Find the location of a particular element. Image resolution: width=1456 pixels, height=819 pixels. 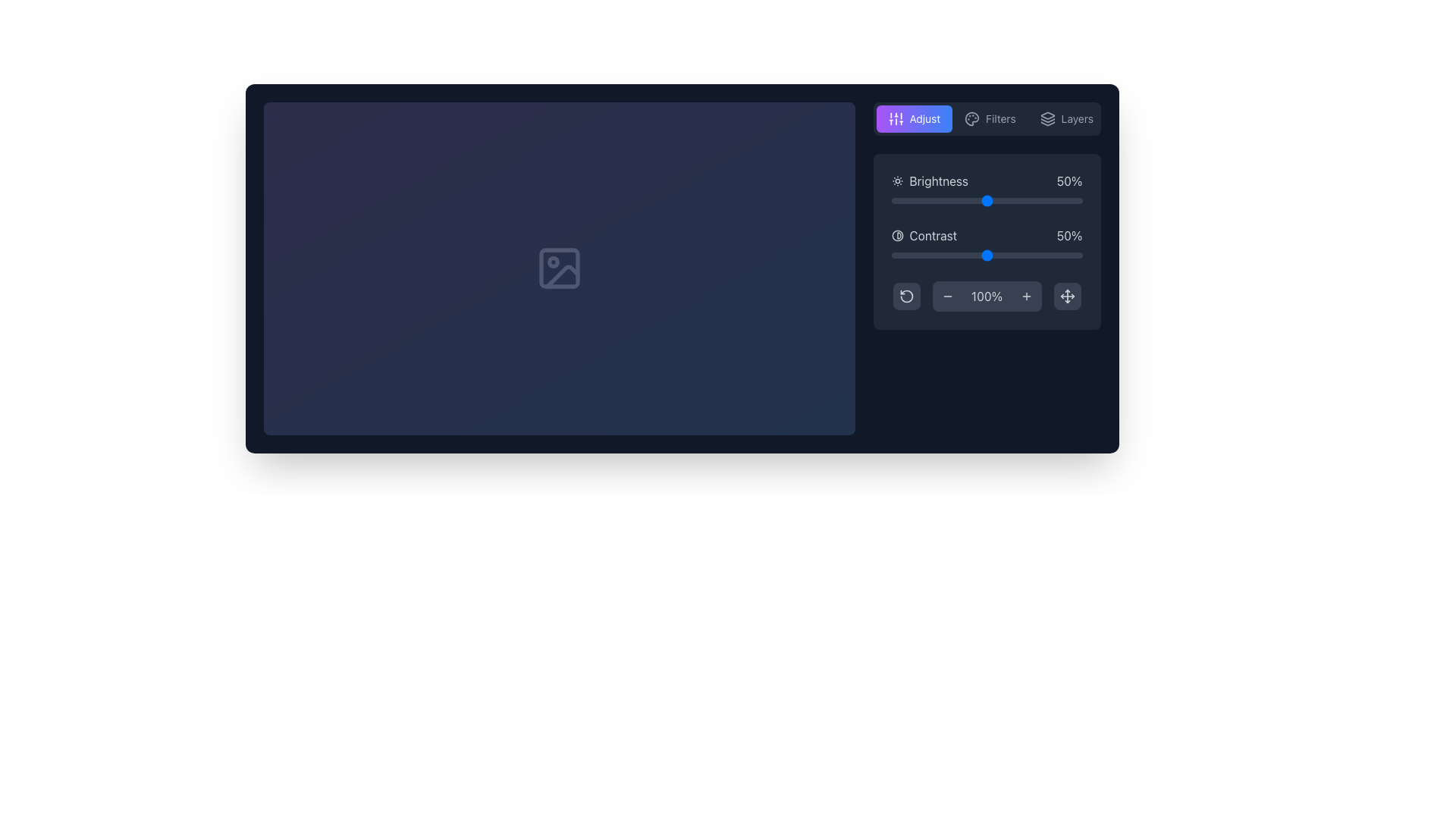

the contrast value is located at coordinates (912, 254).